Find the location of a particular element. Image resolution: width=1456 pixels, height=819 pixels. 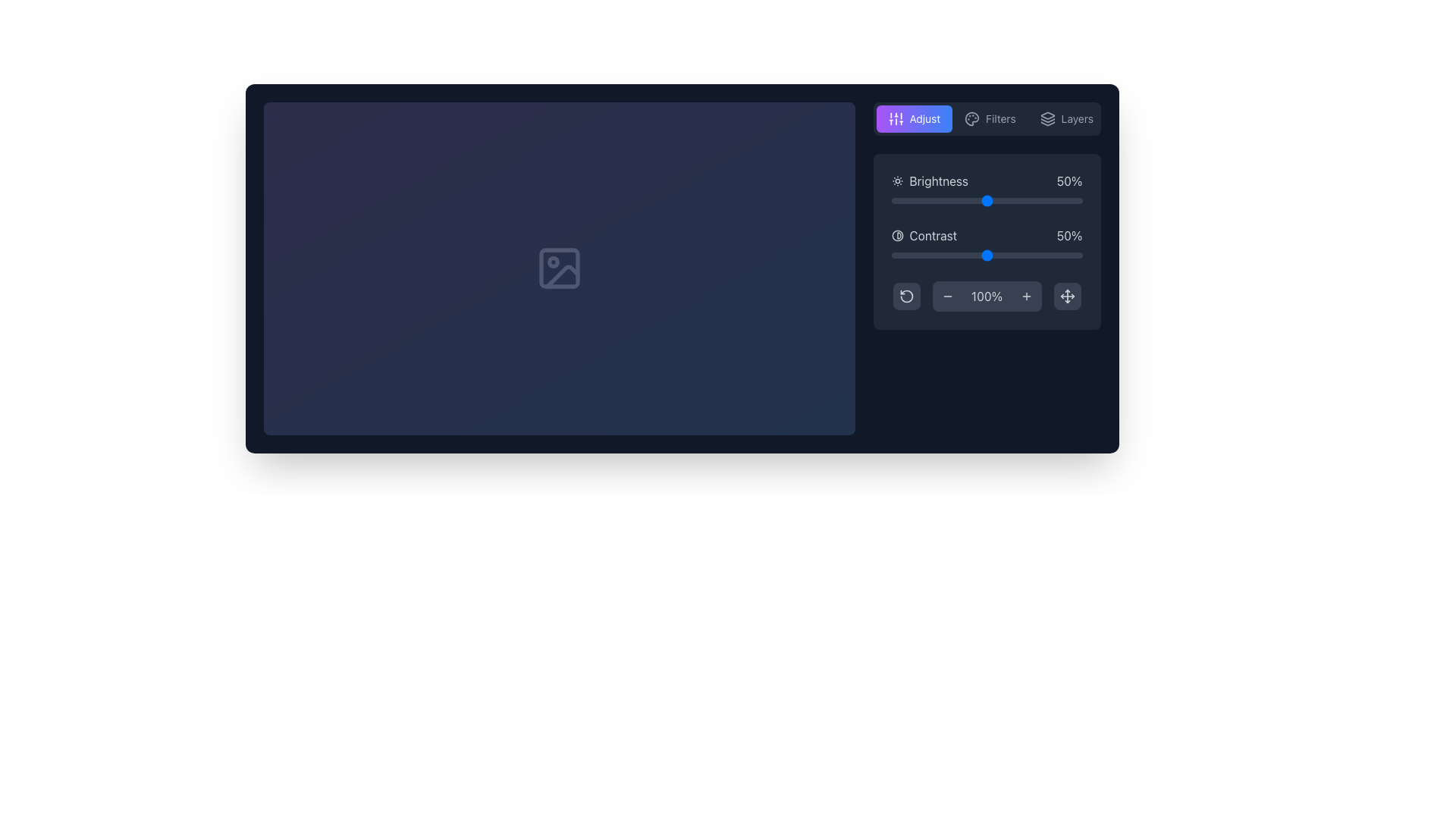

the contrast value is located at coordinates (912, 254).